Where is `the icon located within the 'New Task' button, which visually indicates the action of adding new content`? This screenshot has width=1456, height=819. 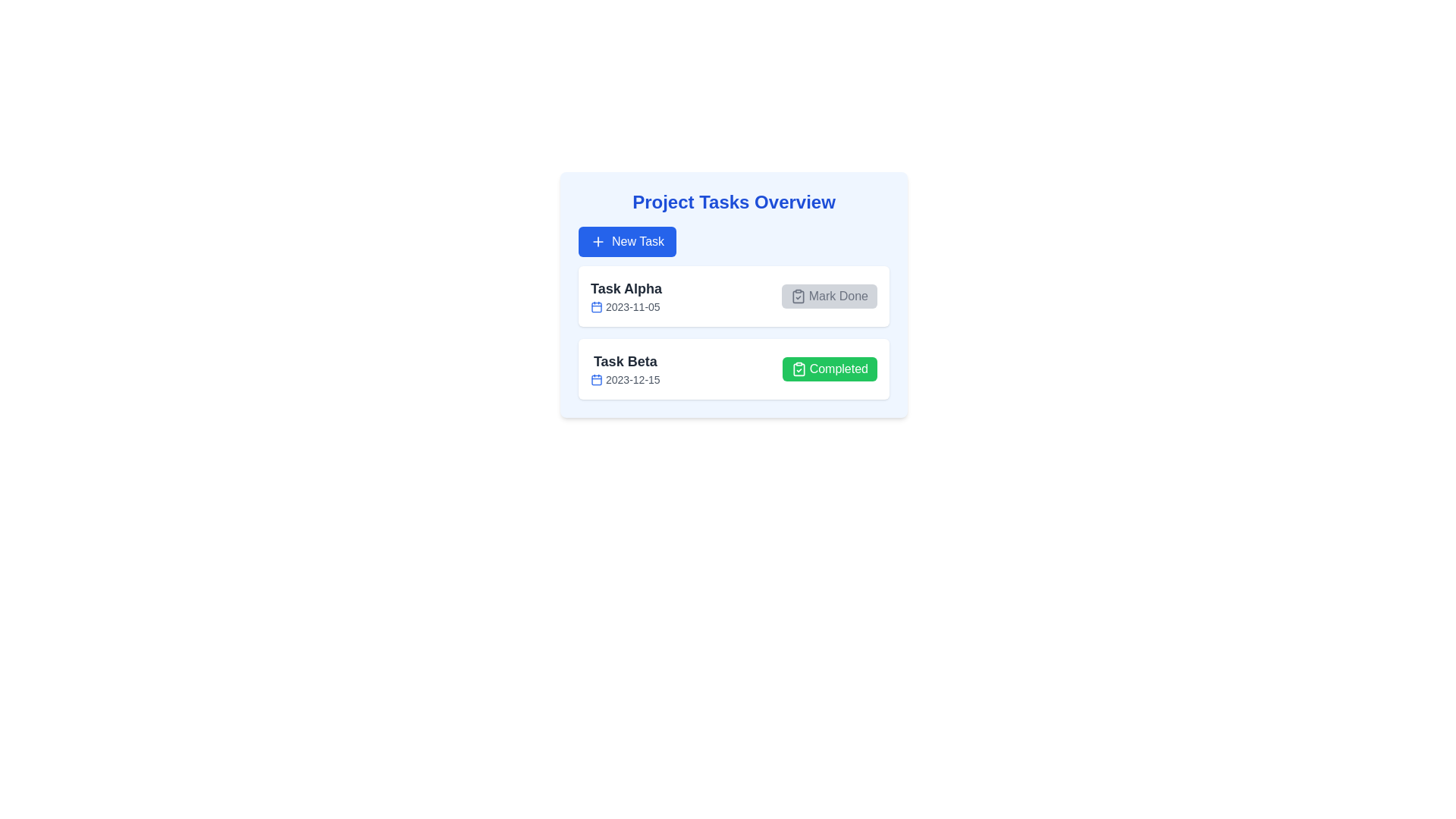 the icon located within the 'New Task' button, which visually indicates the action of adding new content is located at coordinates (597, 241).